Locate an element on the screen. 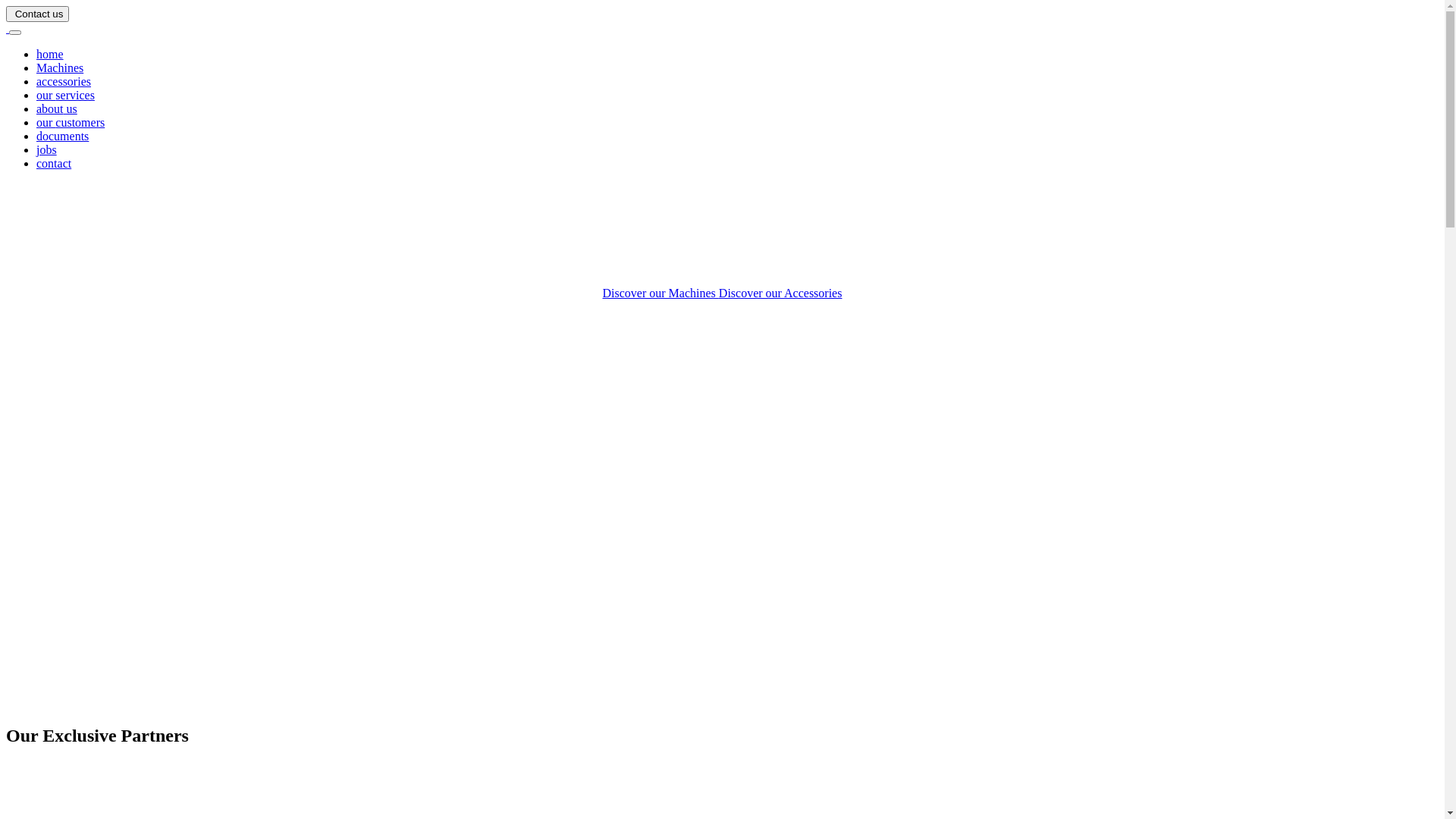 This screenshot has height=819, width=1456. ' Contact us' is located at coordinates (37, 14).